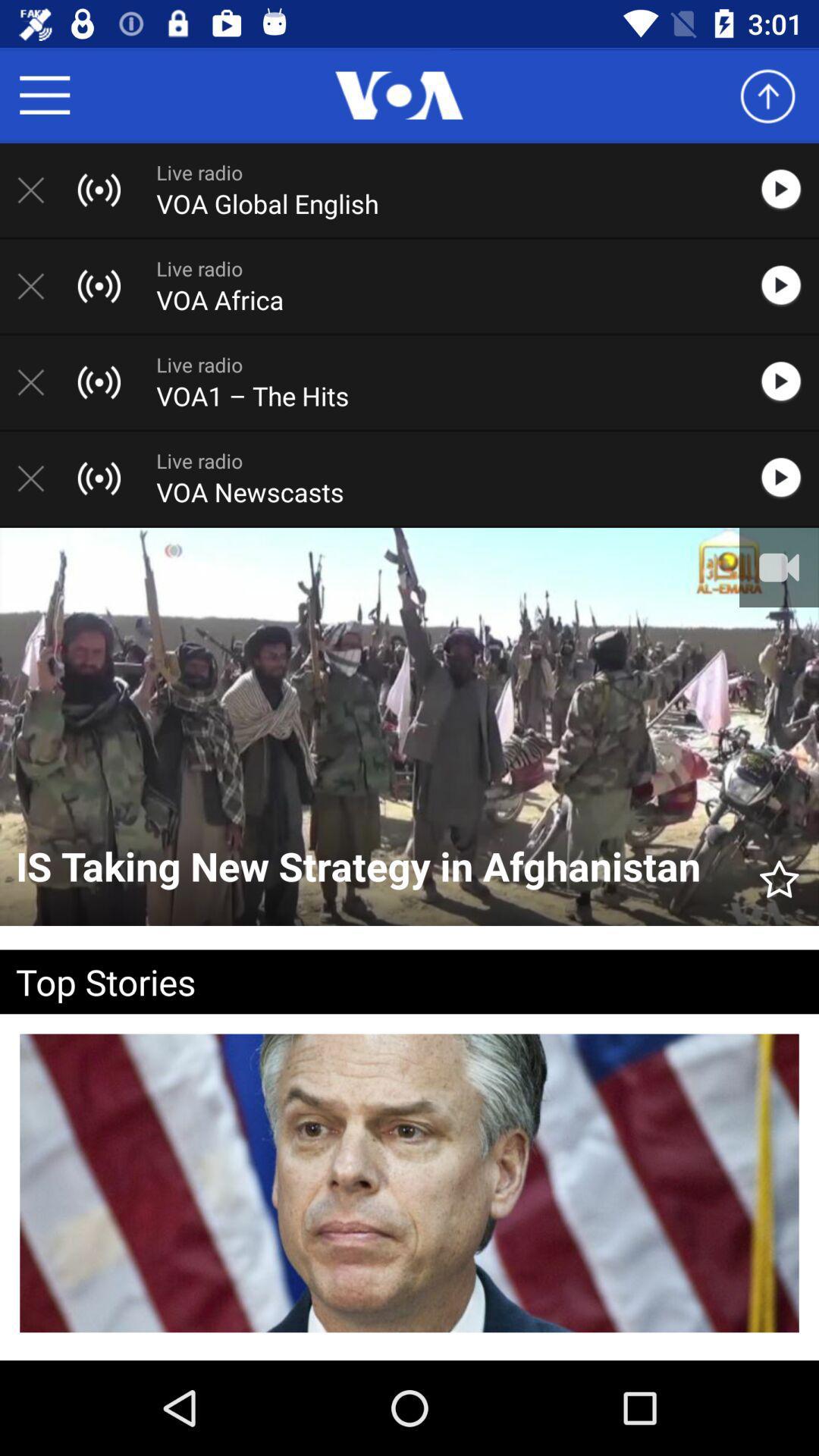 Image resolution: width=819 pixels, height=1456 pixels. Describe the element at coordinates (788, 382) in the screenshot. I see `pressing this will play lie radio voa1-the hits` at that location.